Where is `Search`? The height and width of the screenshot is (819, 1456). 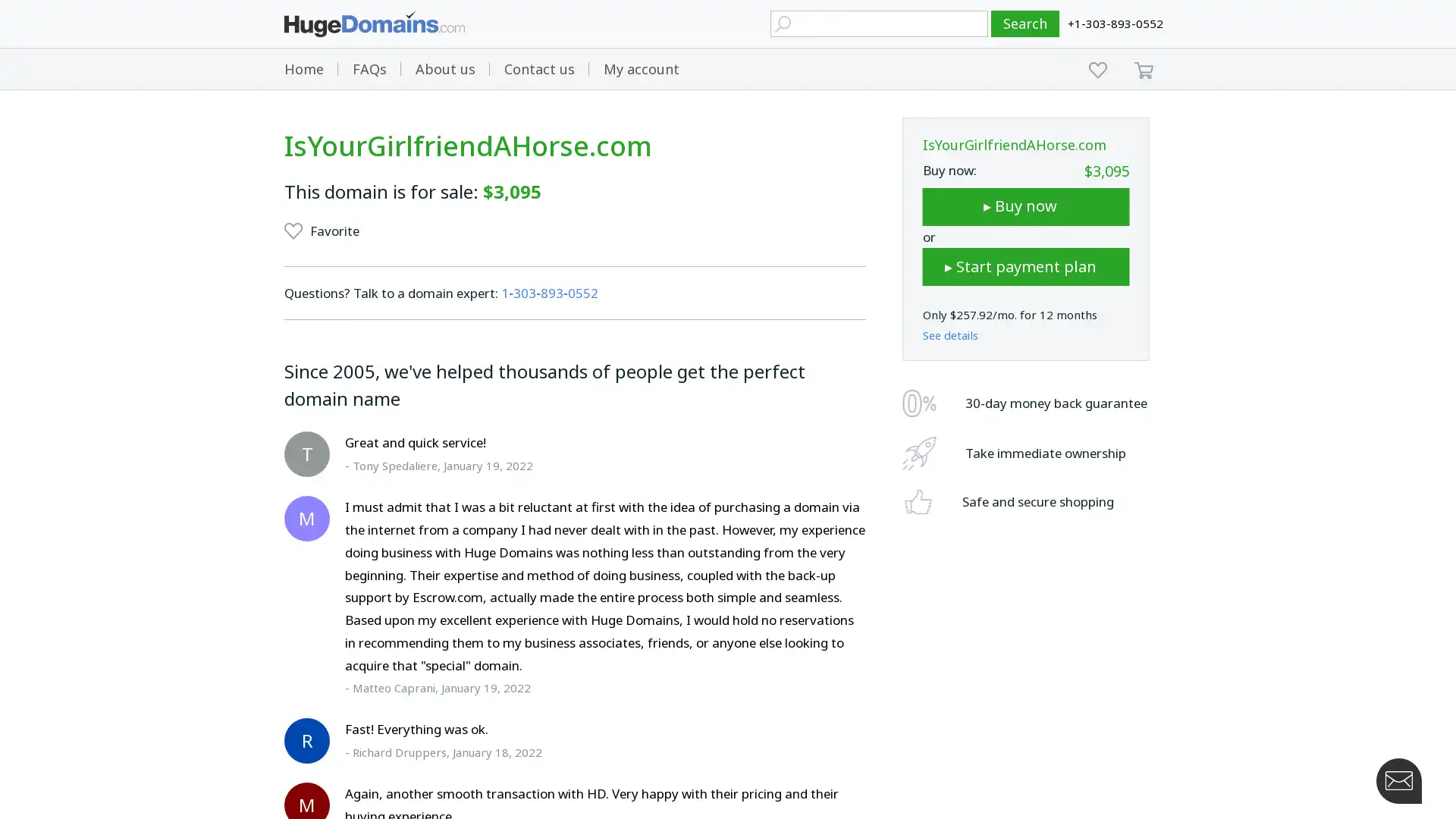
Search is located at coordinates (1025, 24).